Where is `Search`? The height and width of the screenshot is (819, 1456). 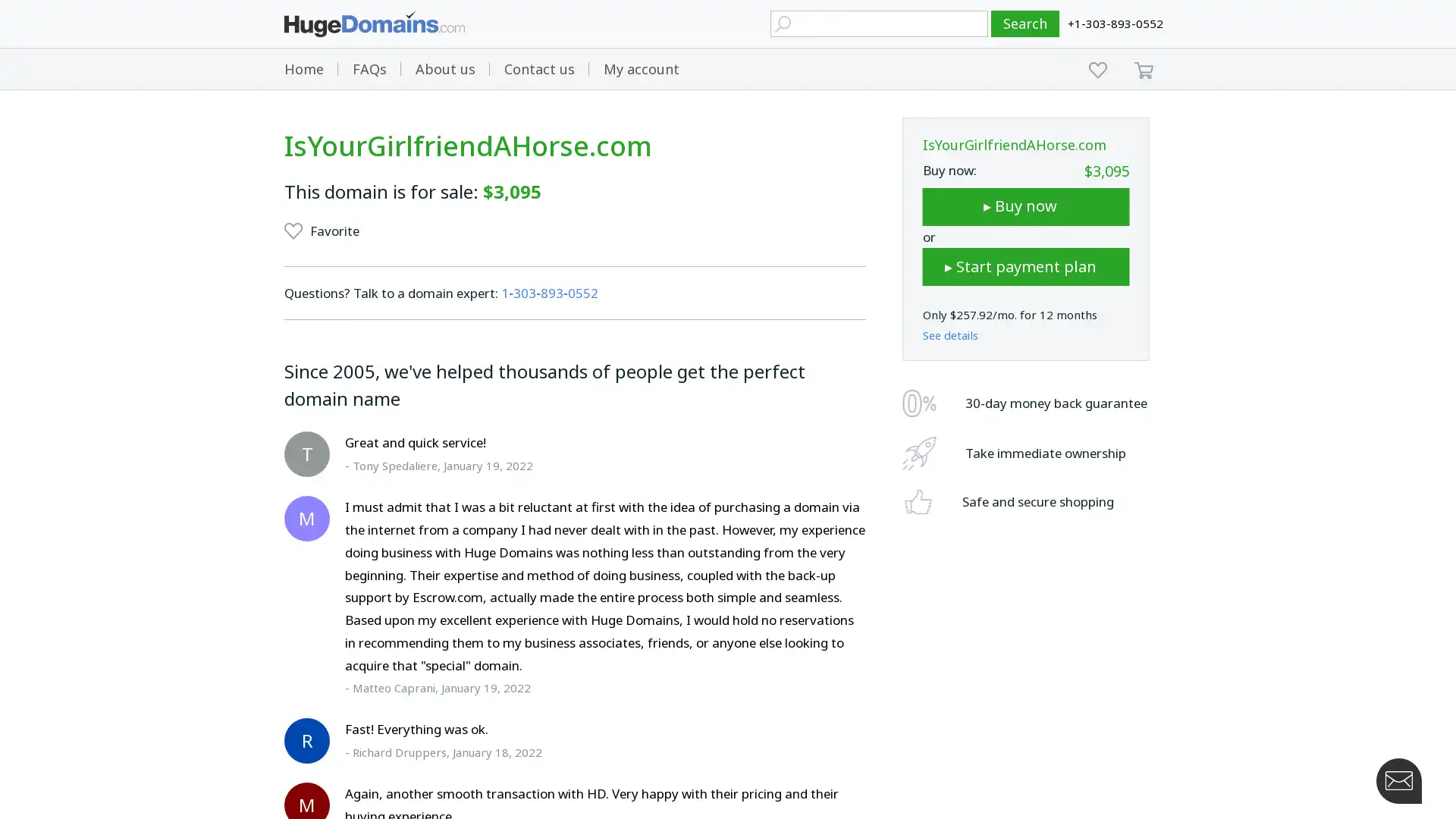
Search is located at coordinates (1025, 24).